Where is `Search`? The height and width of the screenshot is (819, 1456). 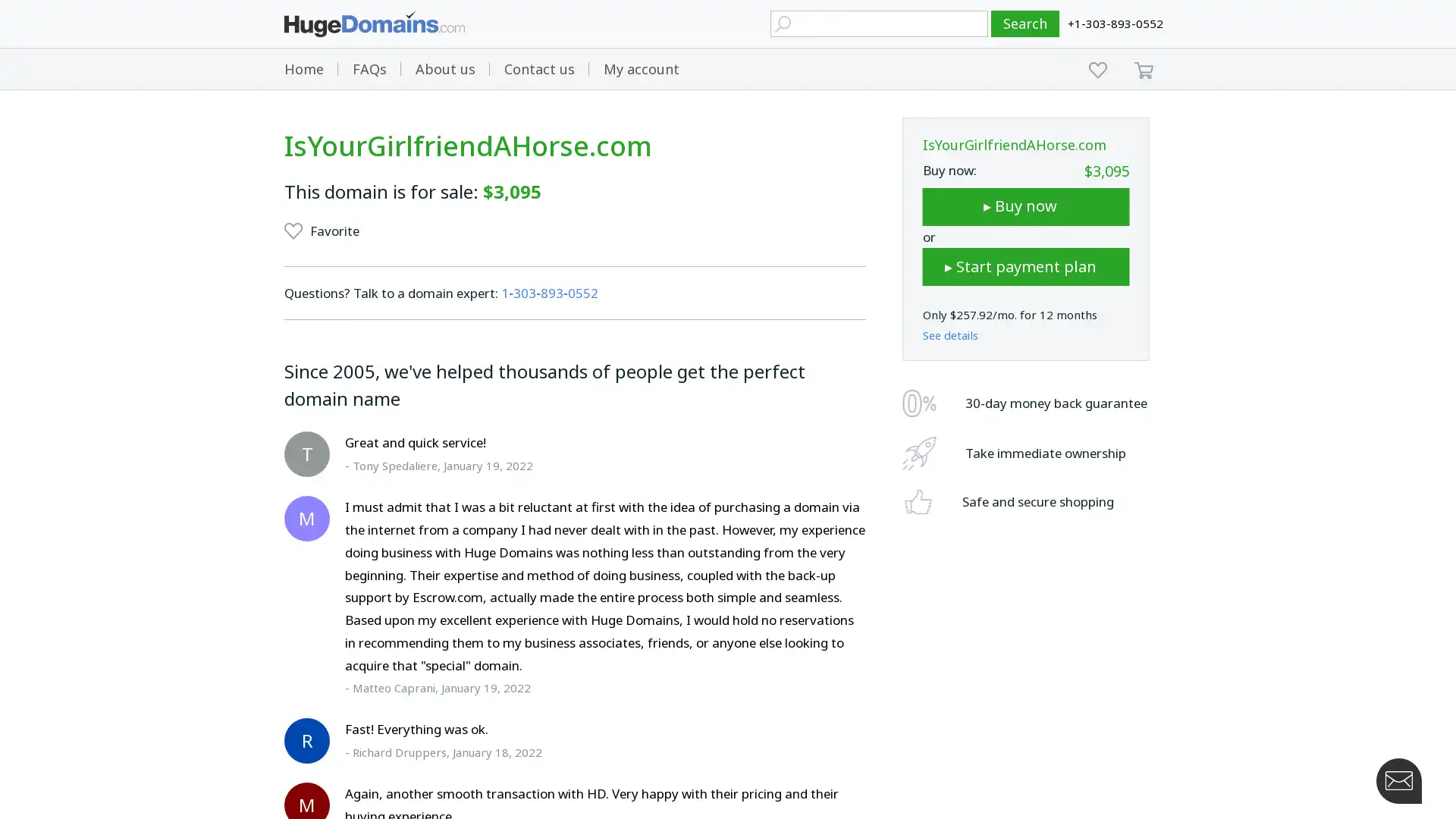
Search is located at coordinates (1025, 24).